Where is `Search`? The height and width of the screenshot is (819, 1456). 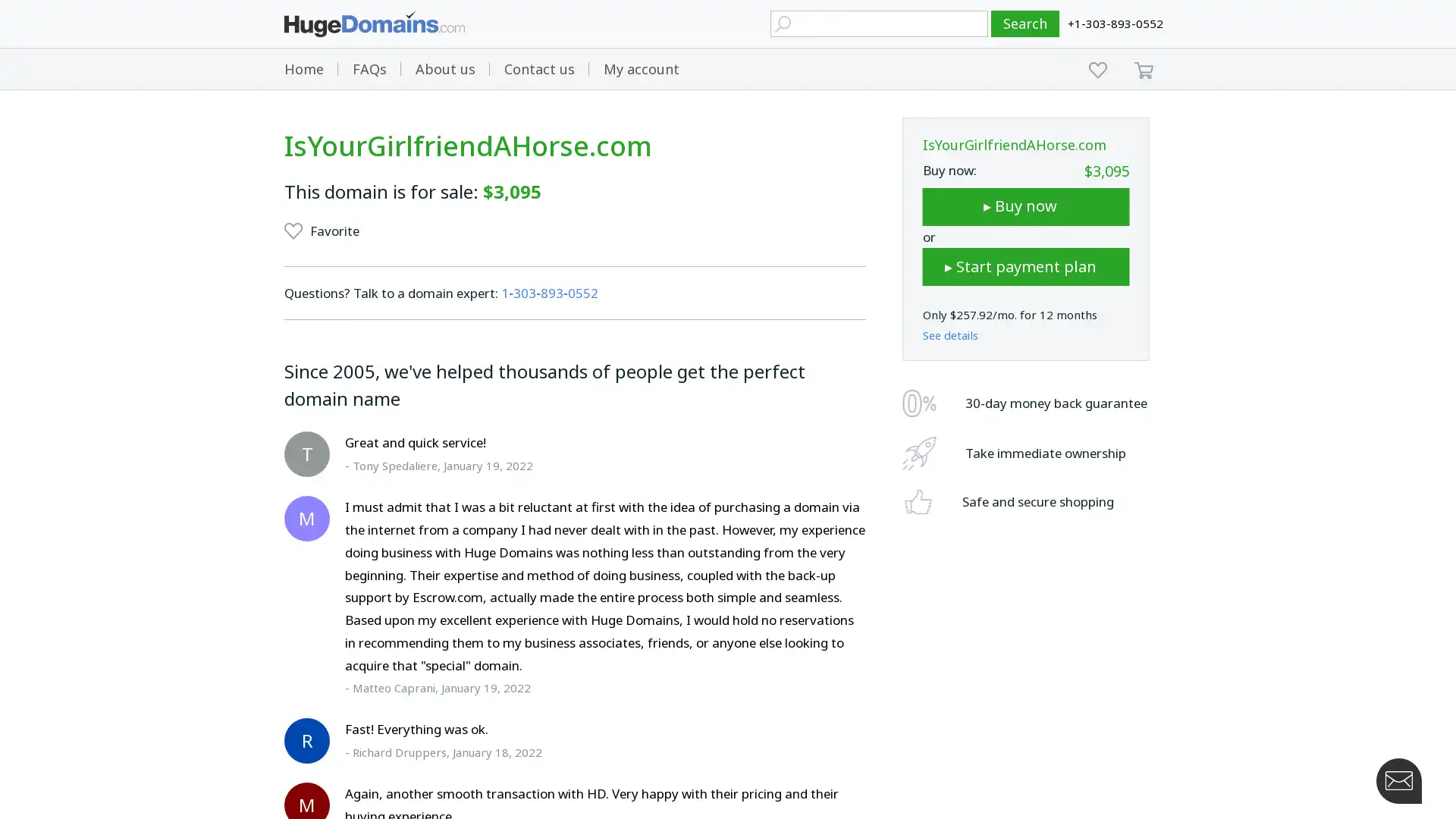
Search is located at coordinates (1025, 24).